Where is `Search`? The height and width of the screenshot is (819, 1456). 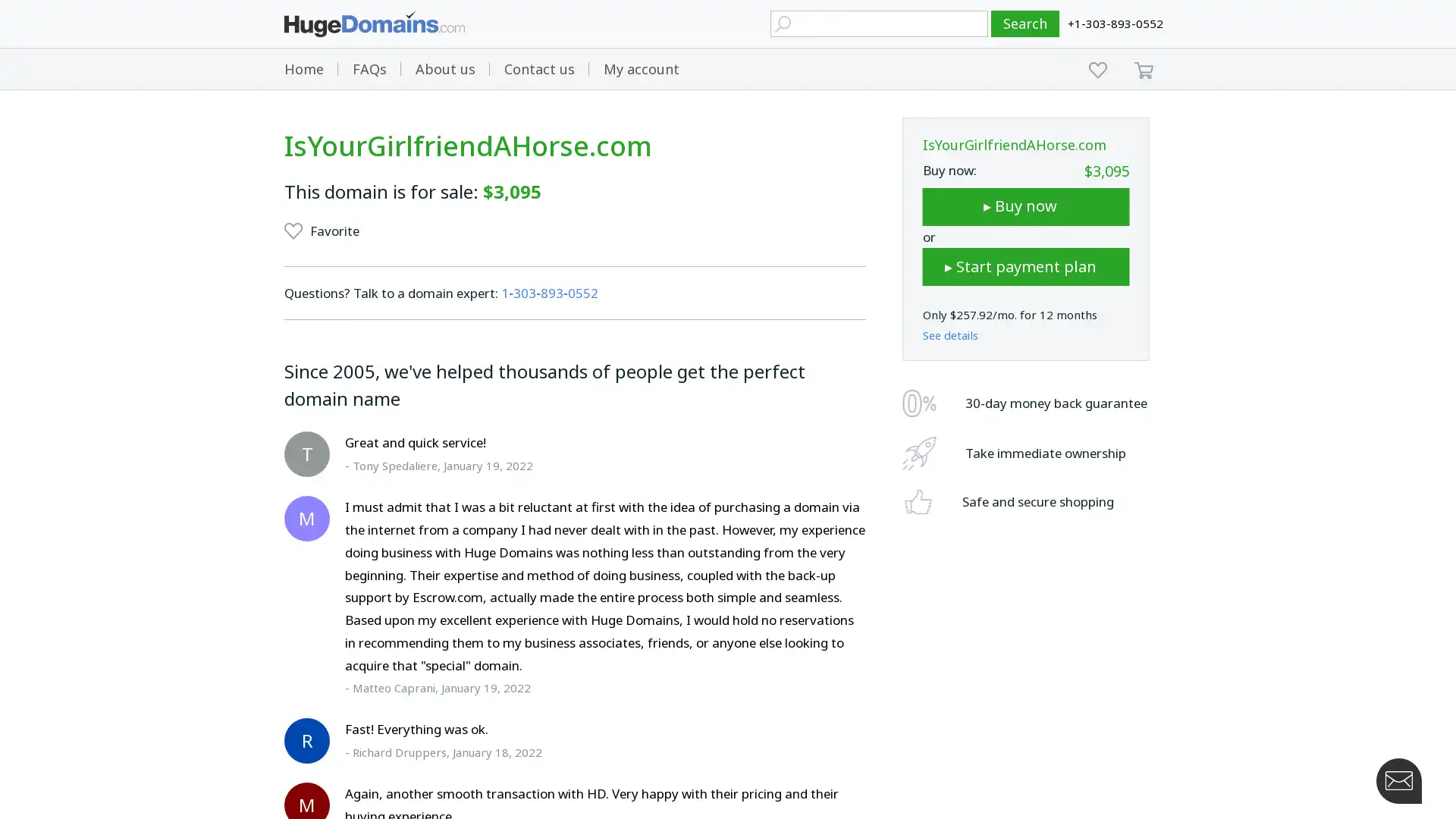
Search is located at coordinates (1025, 24).